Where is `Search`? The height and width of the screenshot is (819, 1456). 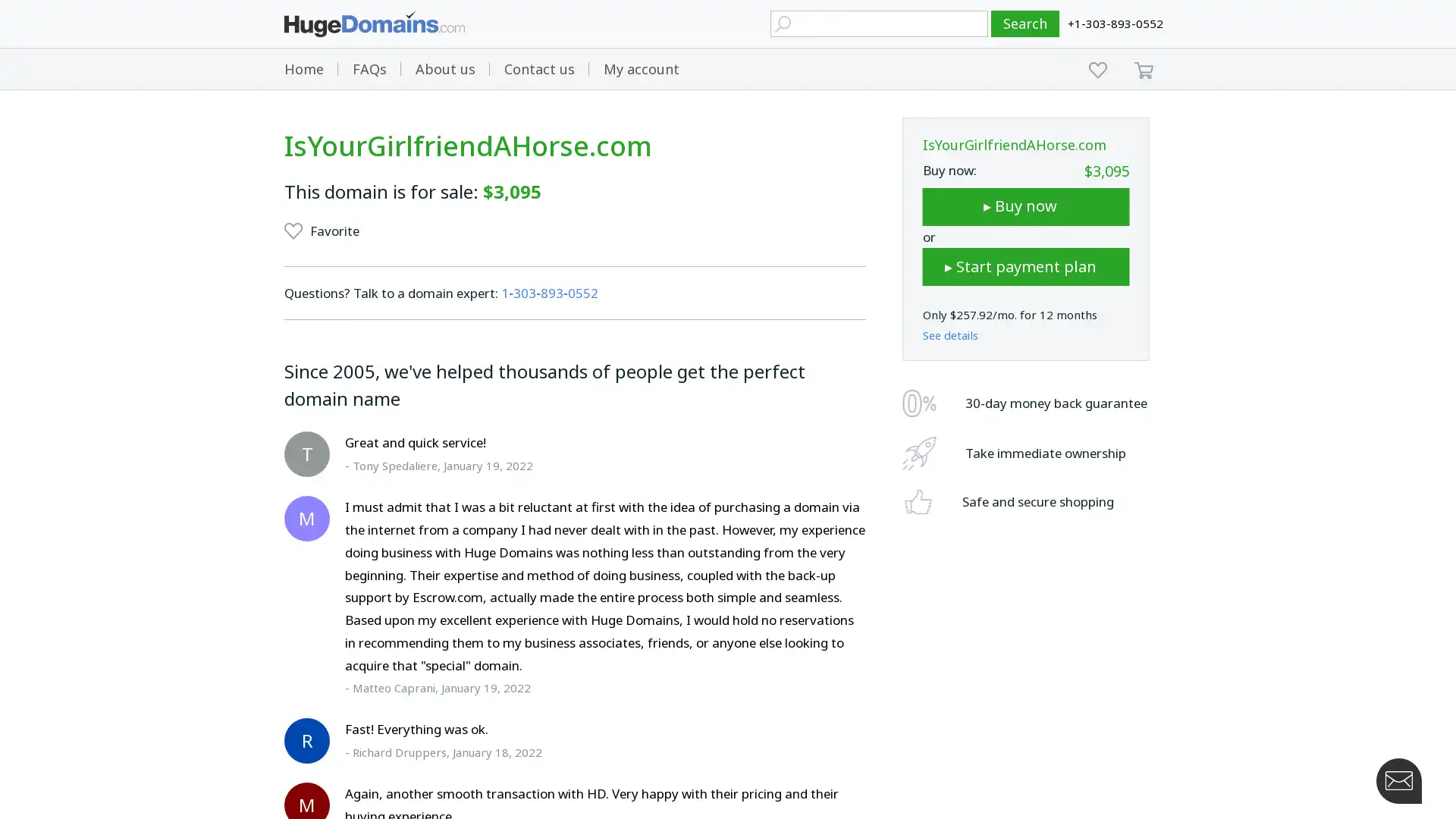
Search is located at coordinates (1025, 24).